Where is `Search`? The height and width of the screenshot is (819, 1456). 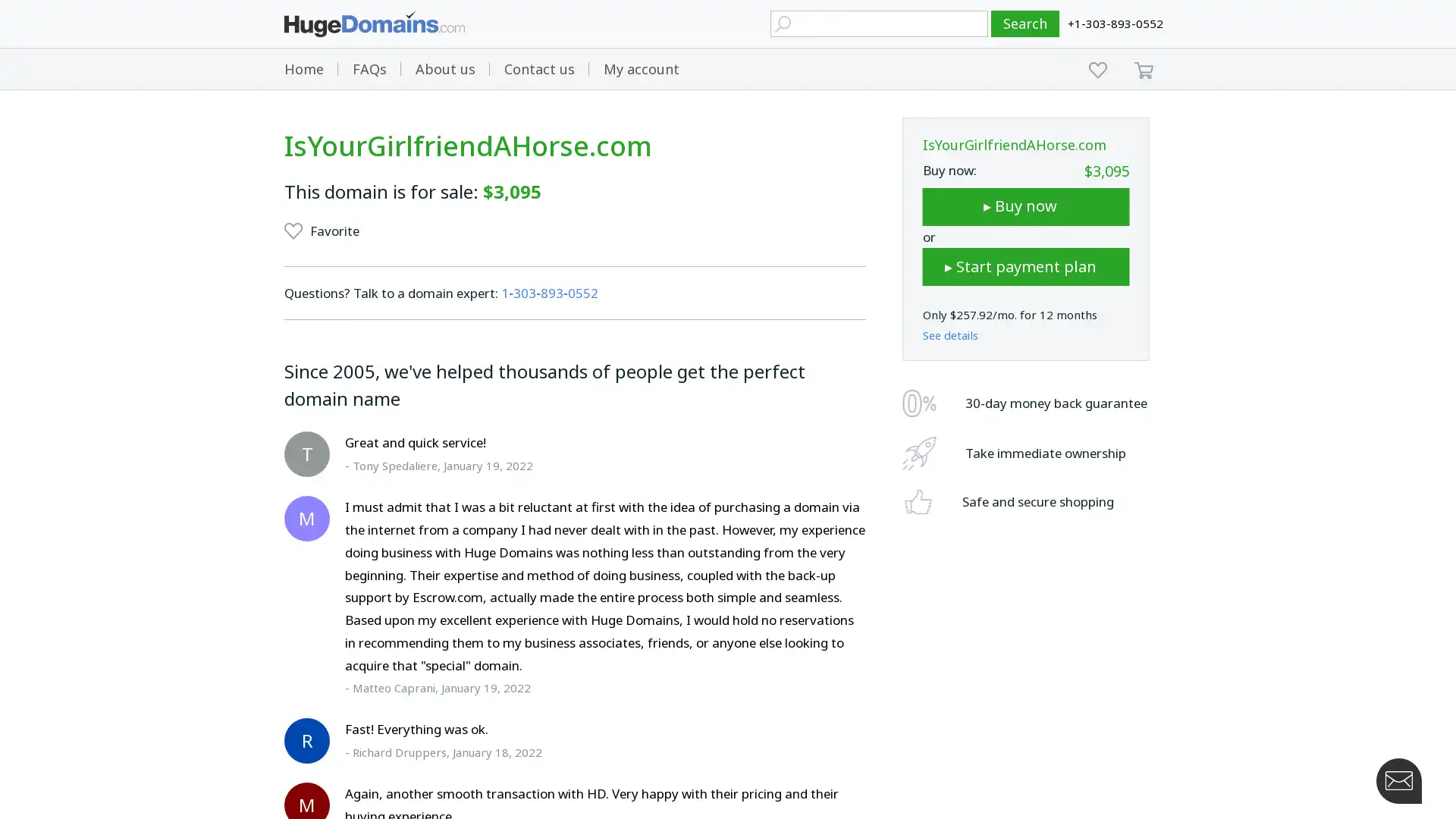
Search is located at coordinates (1025, 24).